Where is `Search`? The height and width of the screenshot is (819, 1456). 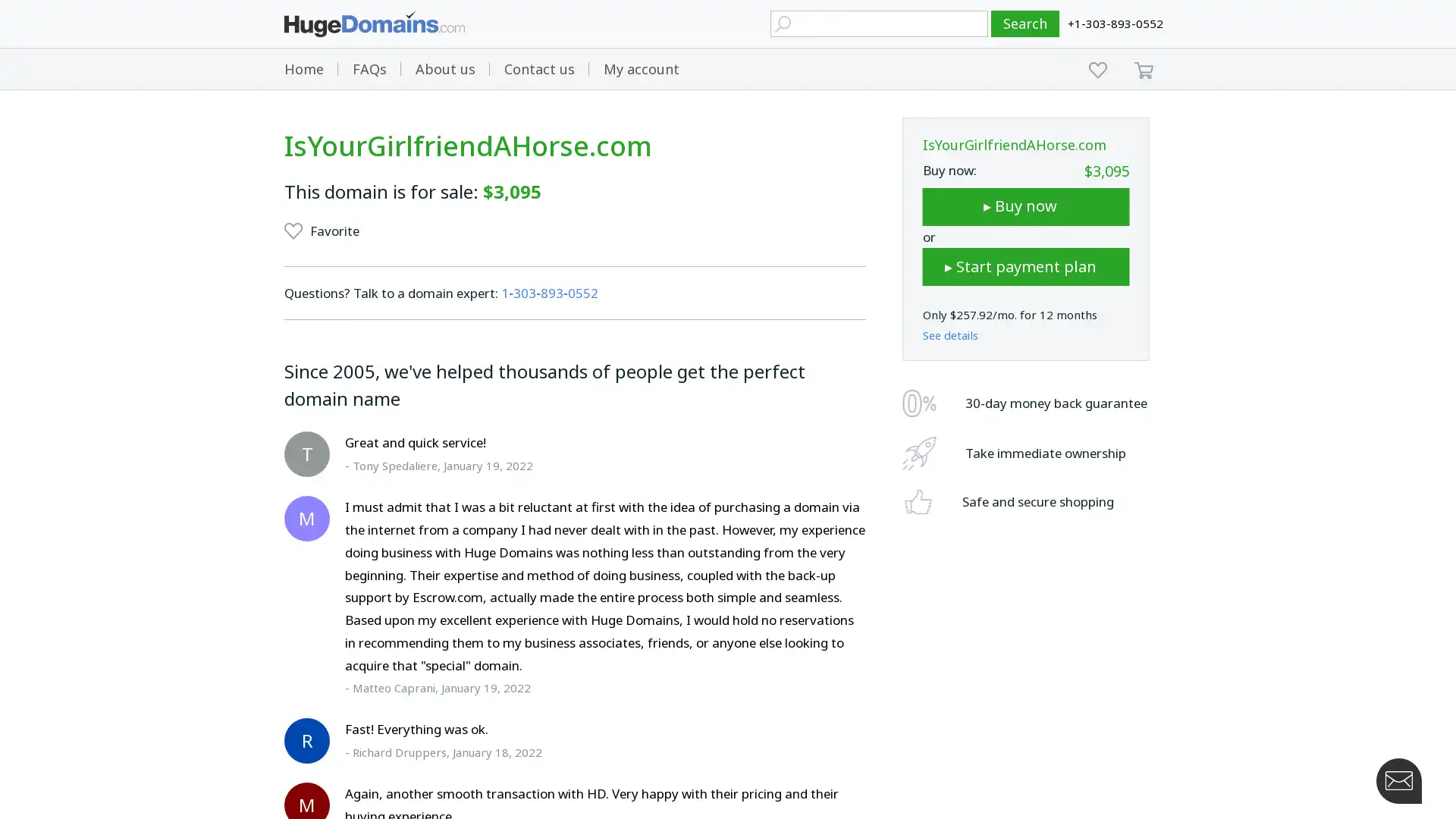
Search is located at coordinates (1025, 24).